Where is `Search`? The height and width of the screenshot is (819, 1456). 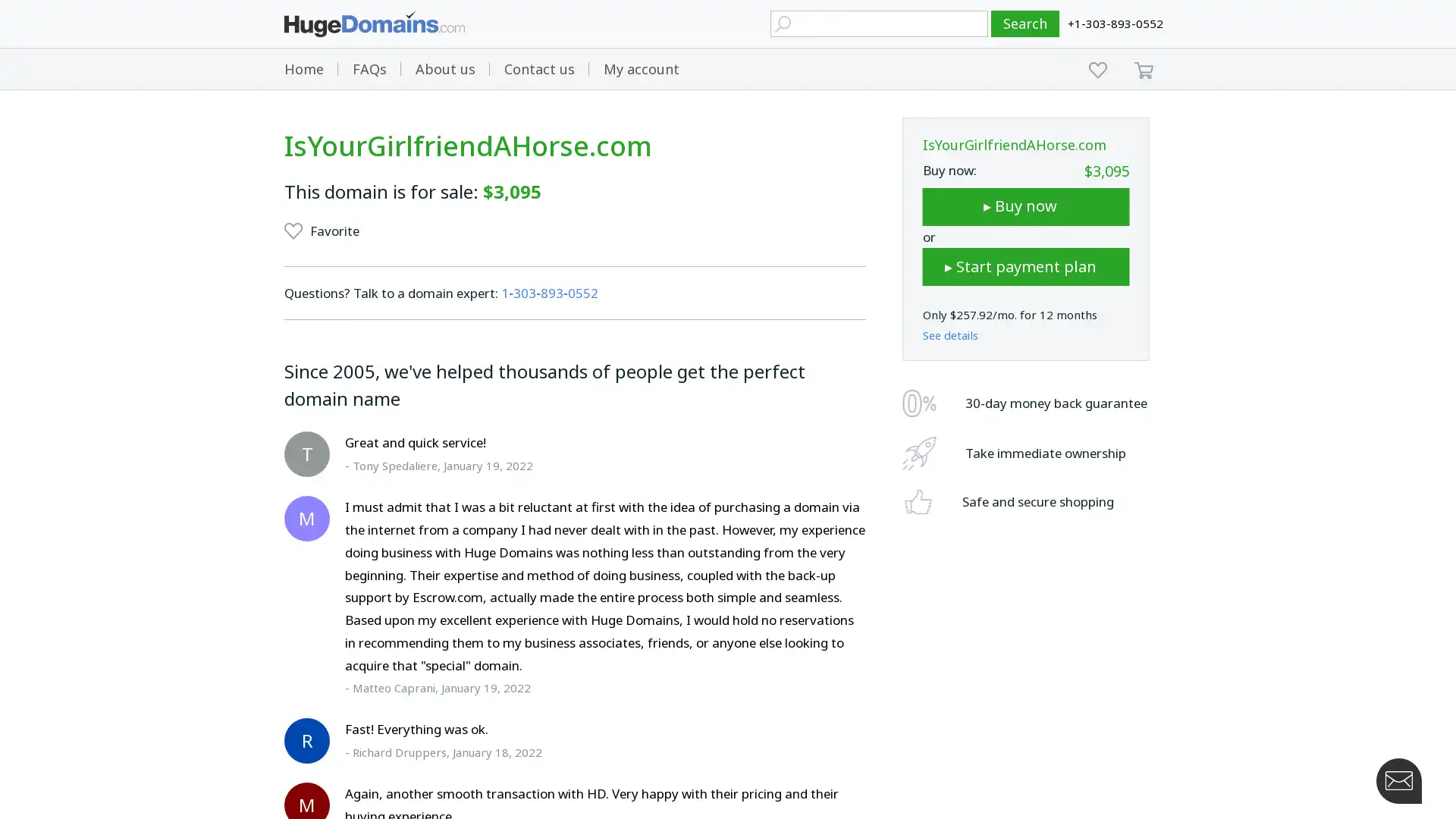
Search is located at coordinates (1025, 24).